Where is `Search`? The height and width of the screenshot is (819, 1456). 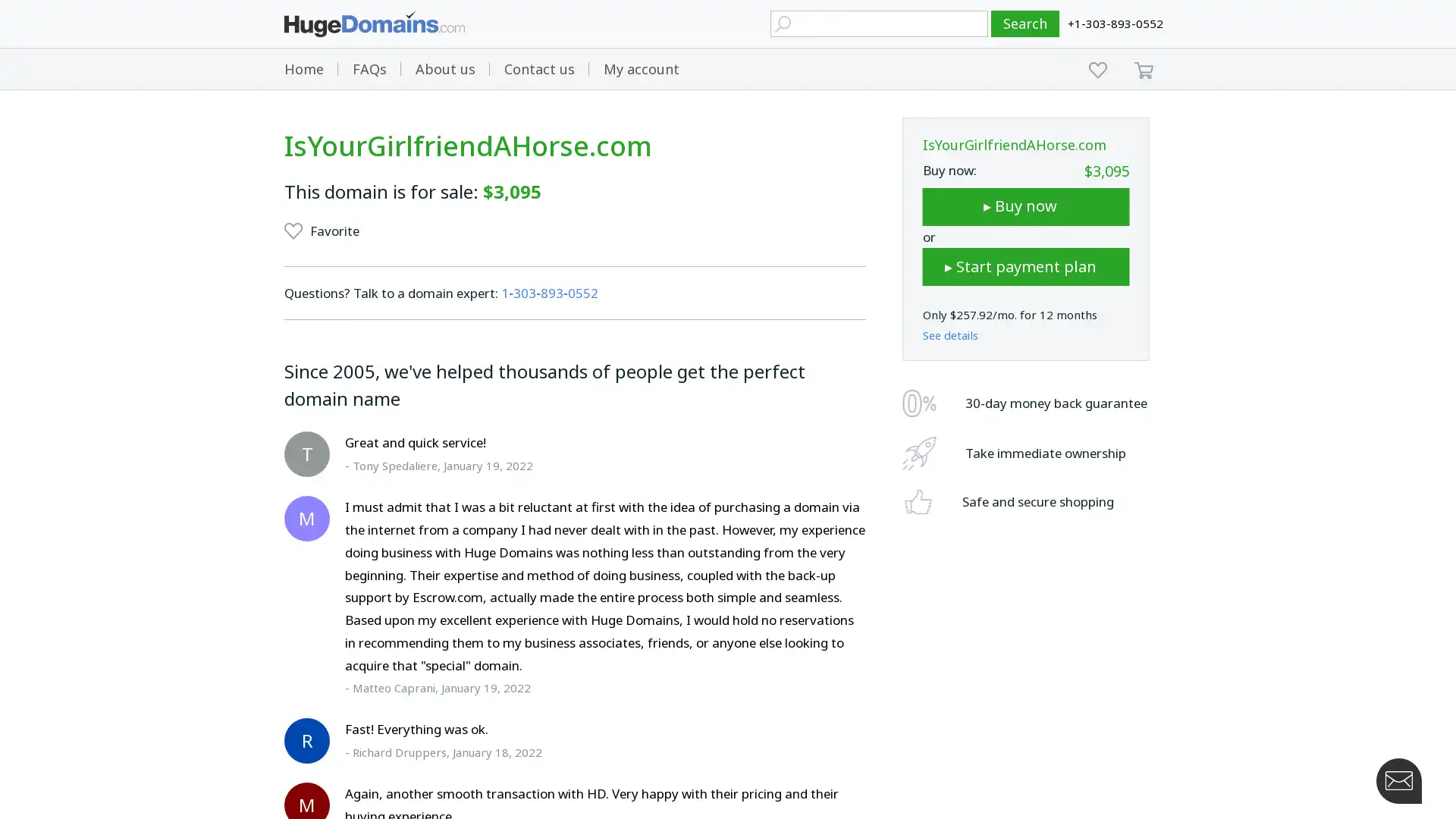
Search is located at coordinates (1025, 24).